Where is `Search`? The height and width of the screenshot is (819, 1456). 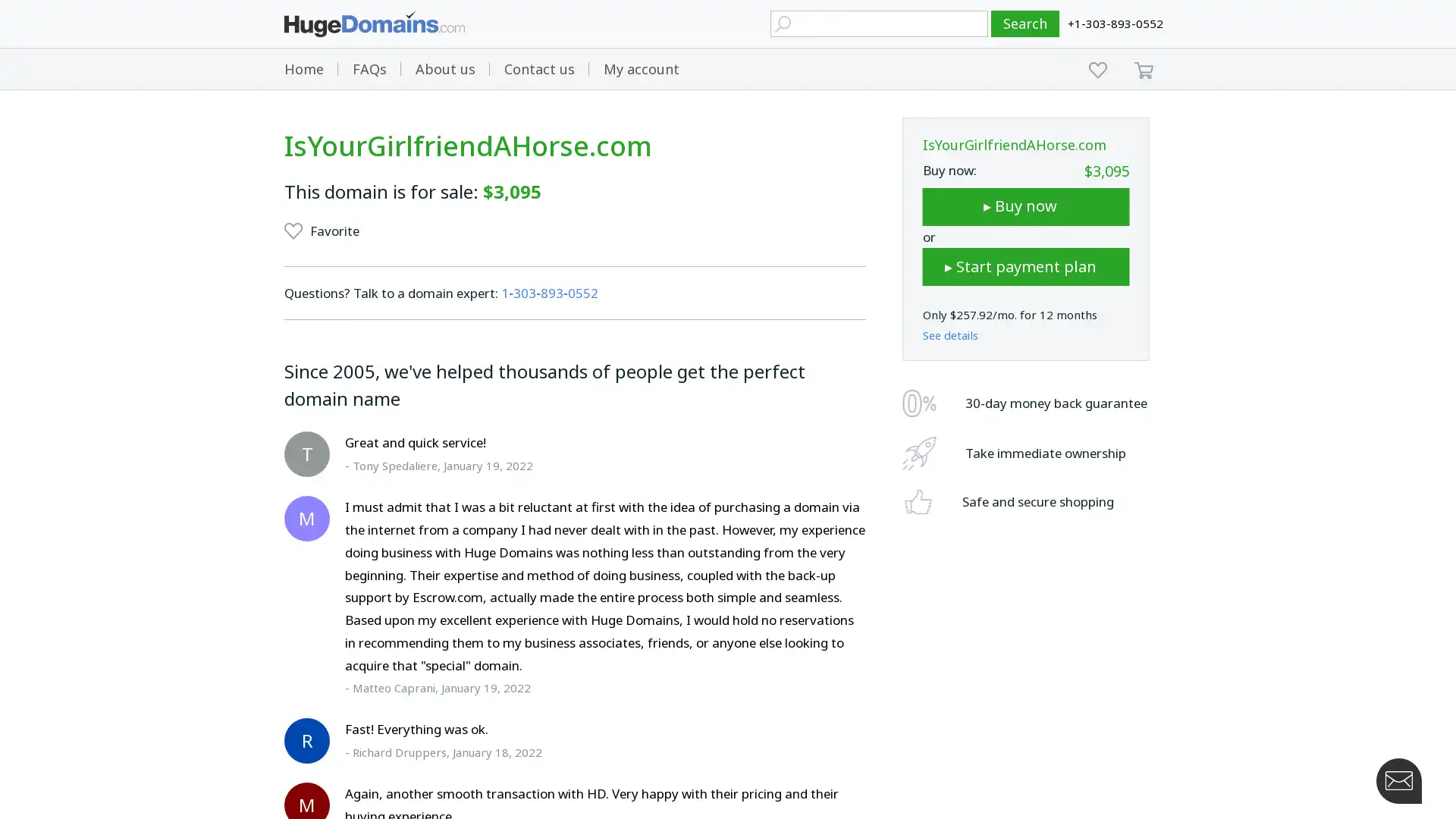
Search is located at coordinates (1025, 24).